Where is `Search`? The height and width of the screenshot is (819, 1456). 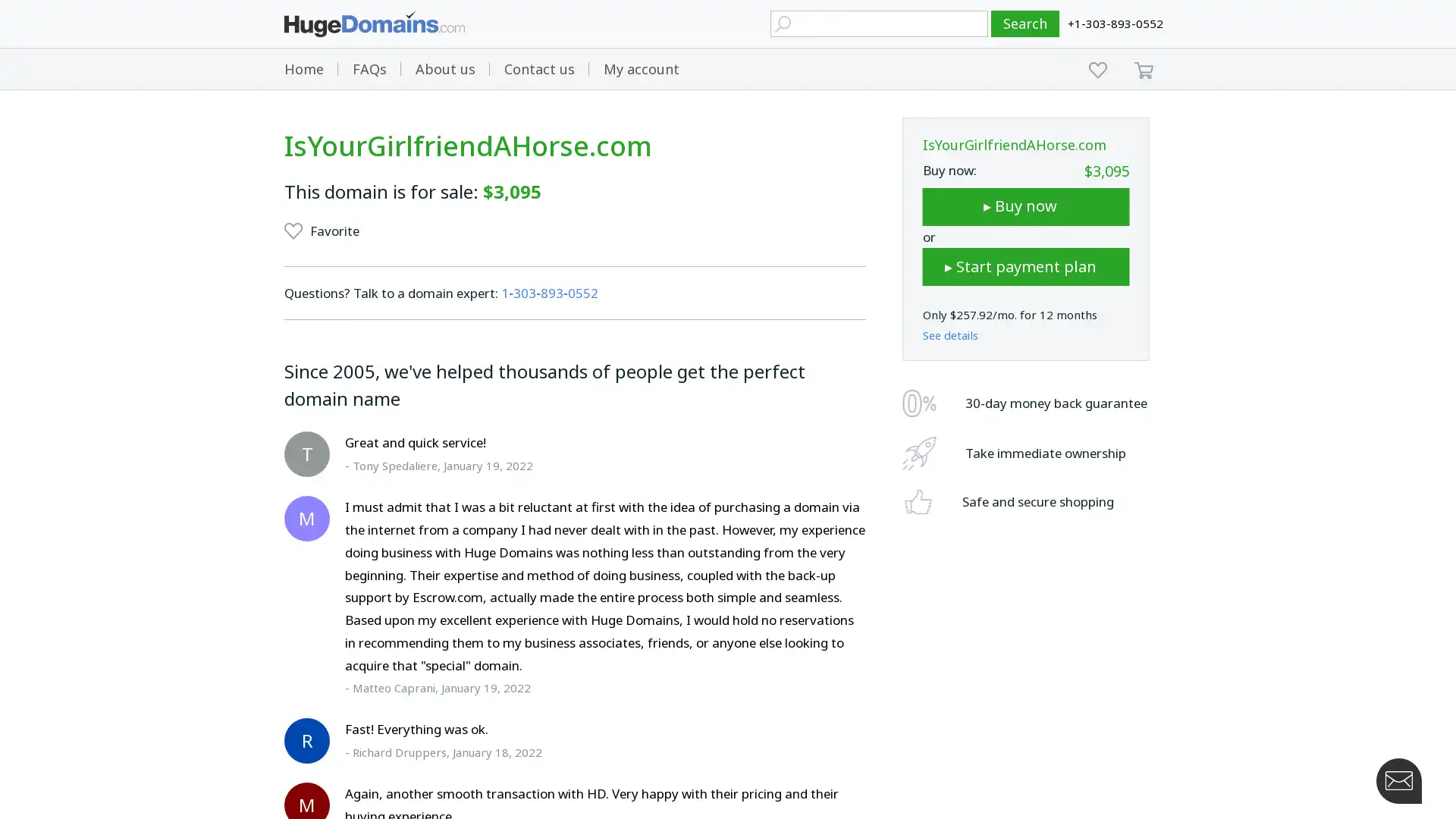
Search is located at coordinates (1025, 24).